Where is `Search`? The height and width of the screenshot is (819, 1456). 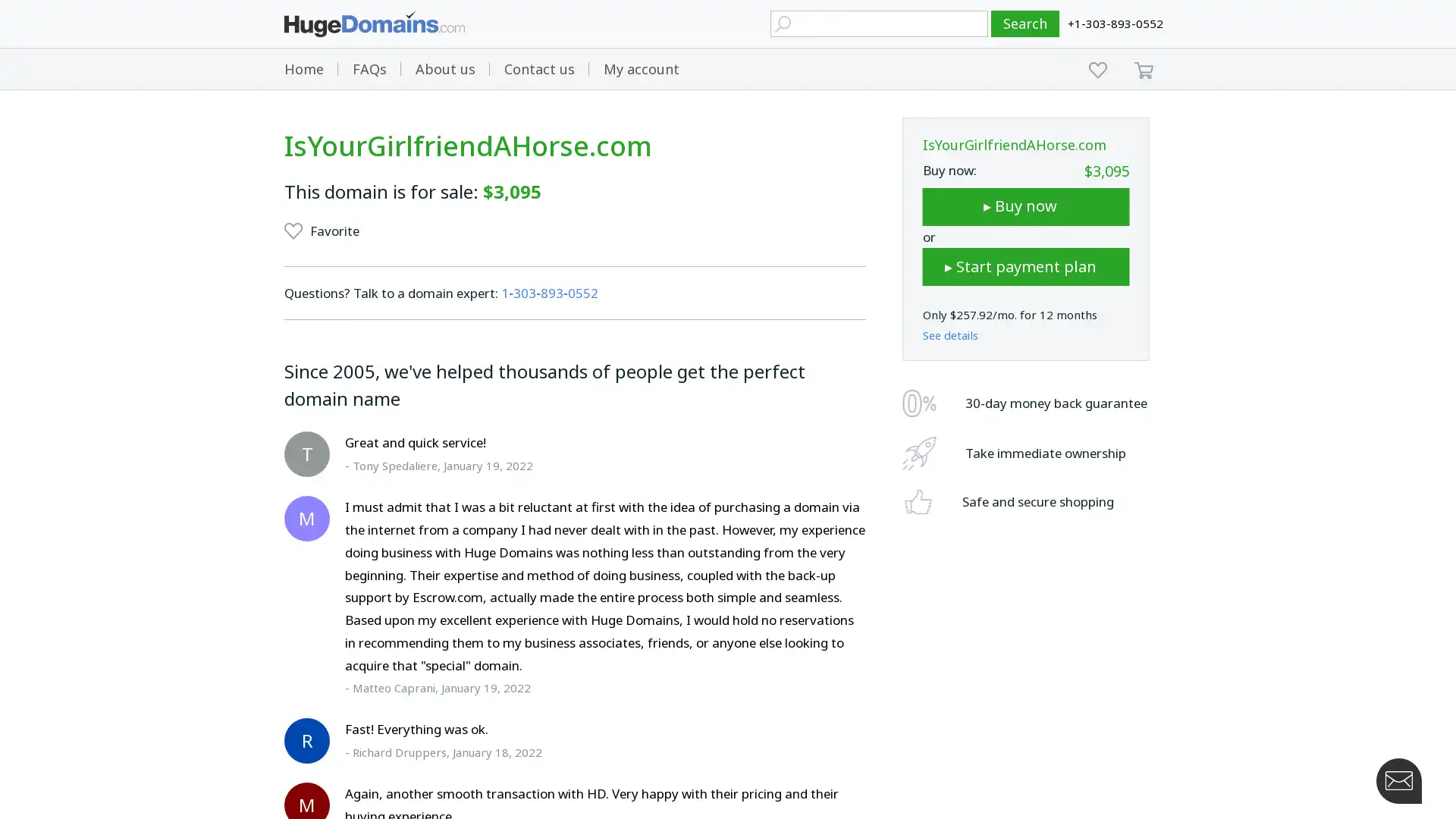
Search is located at coordinates (1025, 24).